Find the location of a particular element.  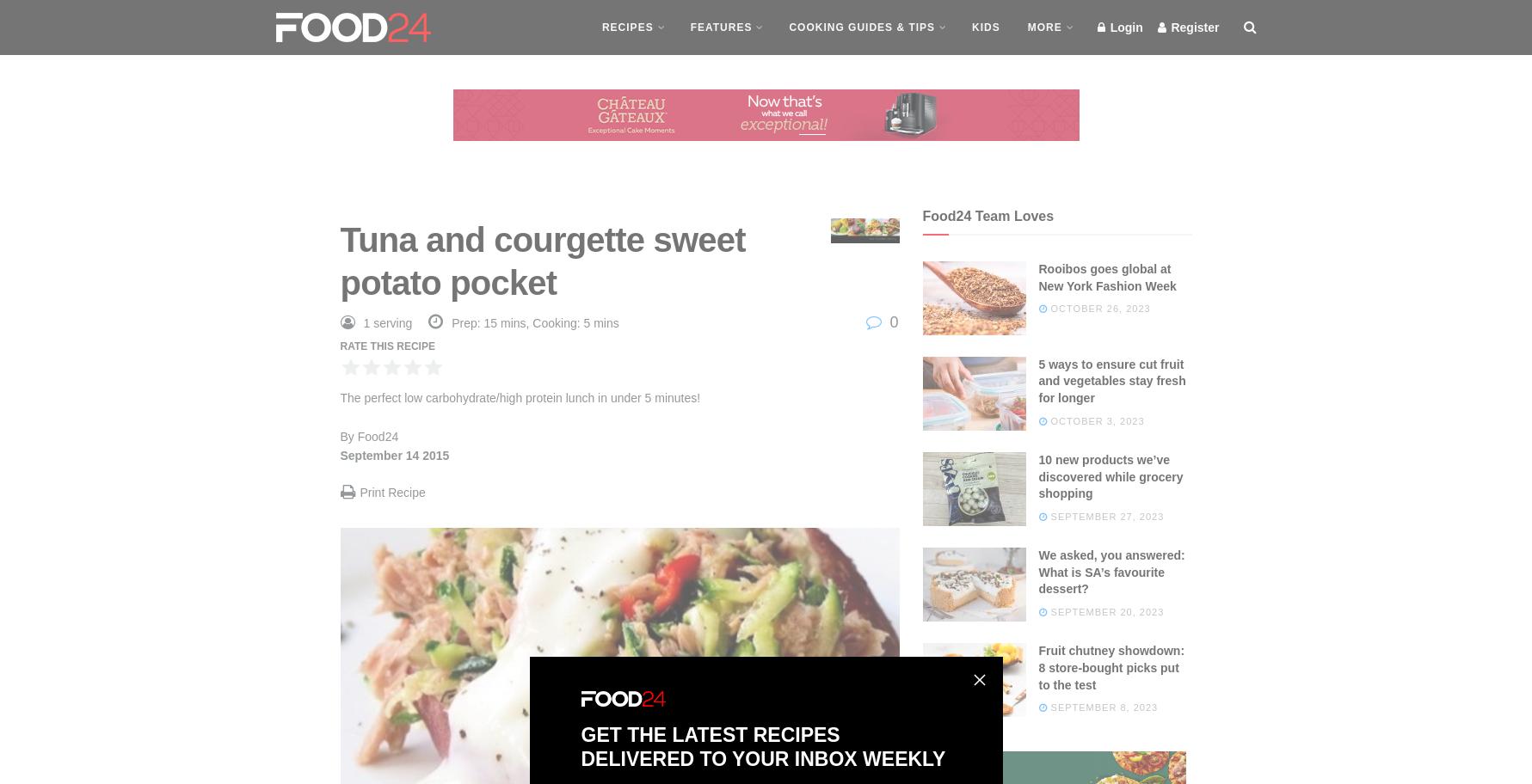

'September 14 2015' is located at coordinates (393, 454).